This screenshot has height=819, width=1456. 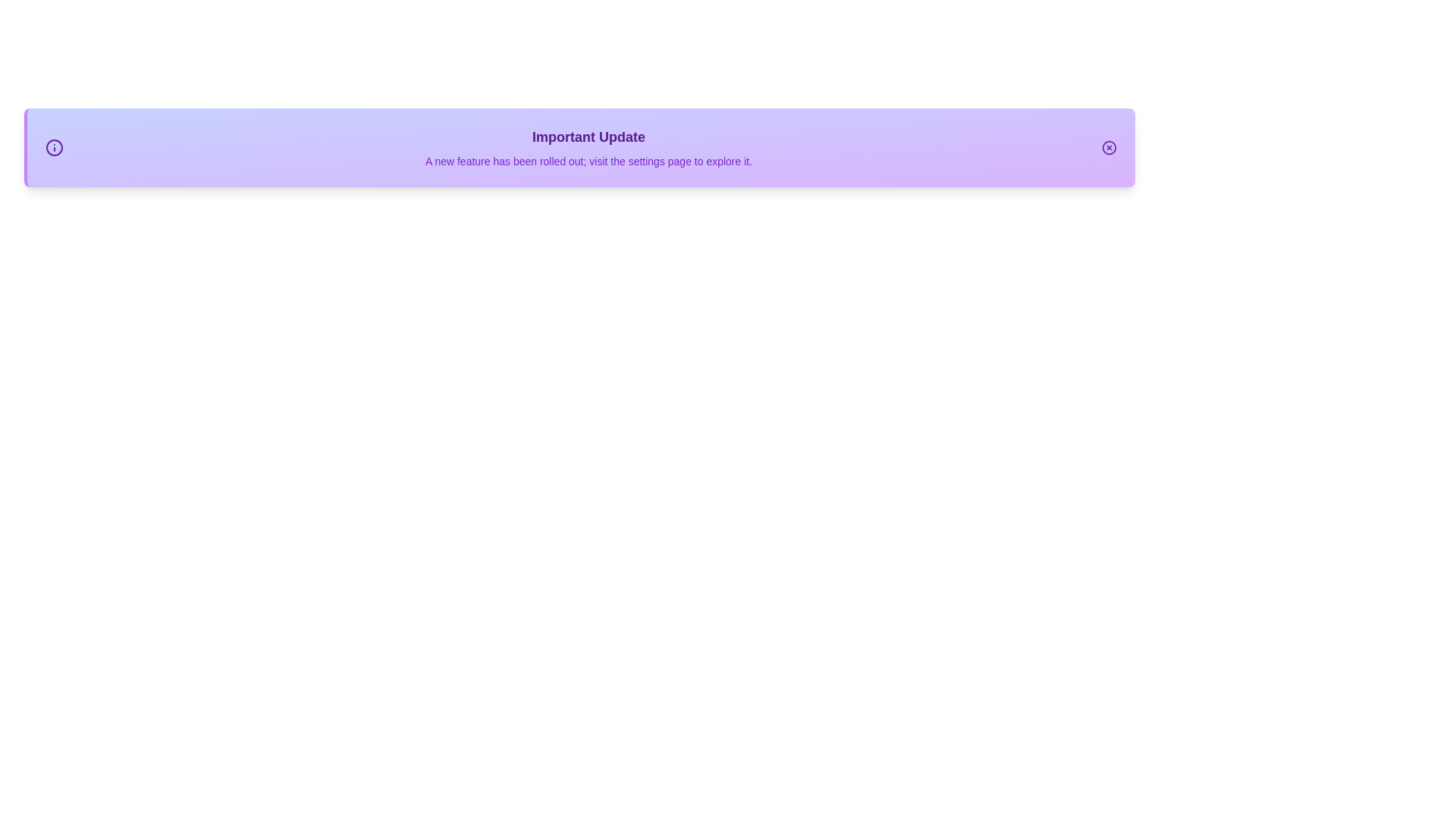 I want to click on close button at the top-right corner of the notification to dismiss it, so click(x=1109, y=148).